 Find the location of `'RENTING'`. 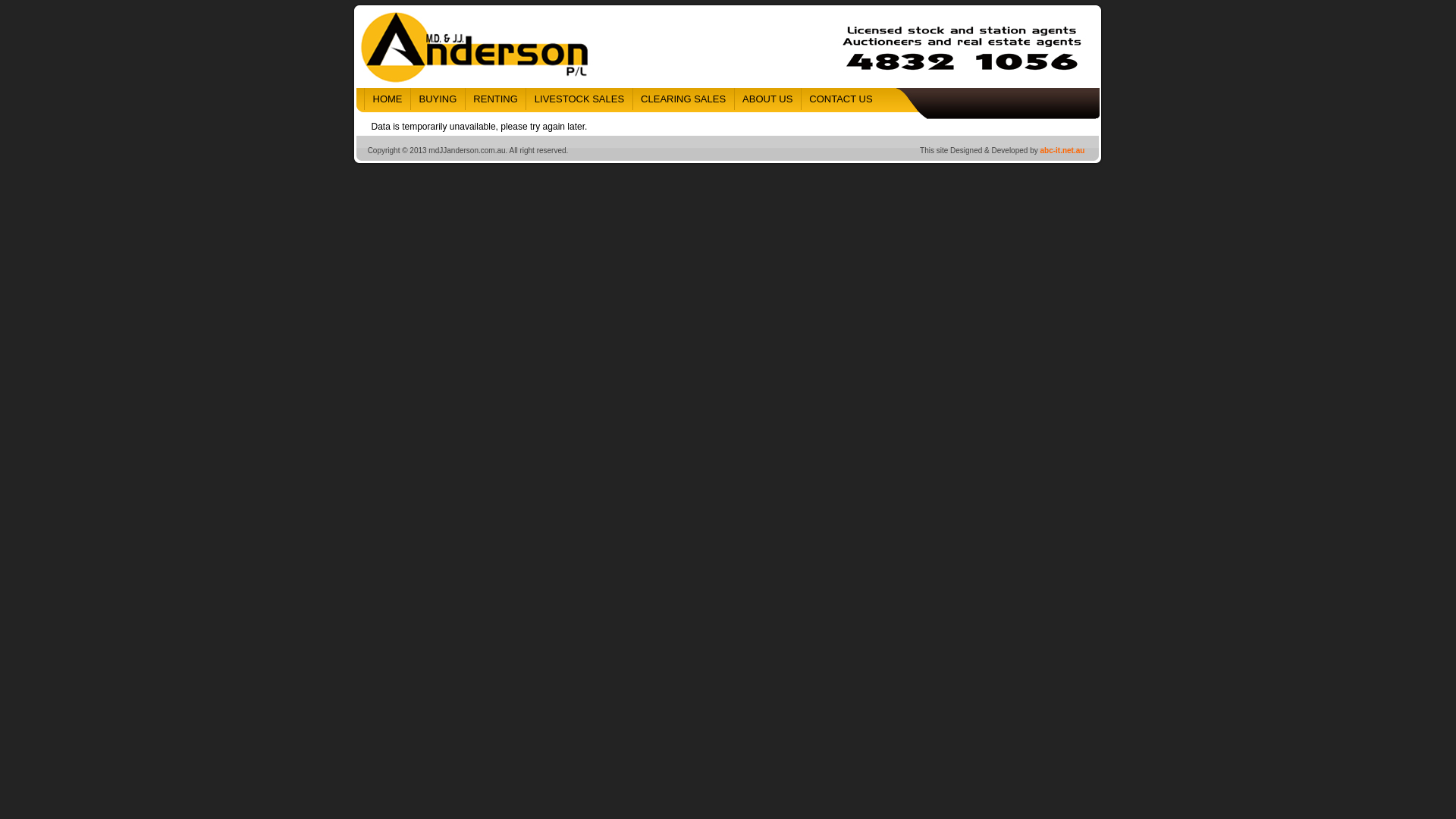

'RENTING' is located at coordinates (495, 99).